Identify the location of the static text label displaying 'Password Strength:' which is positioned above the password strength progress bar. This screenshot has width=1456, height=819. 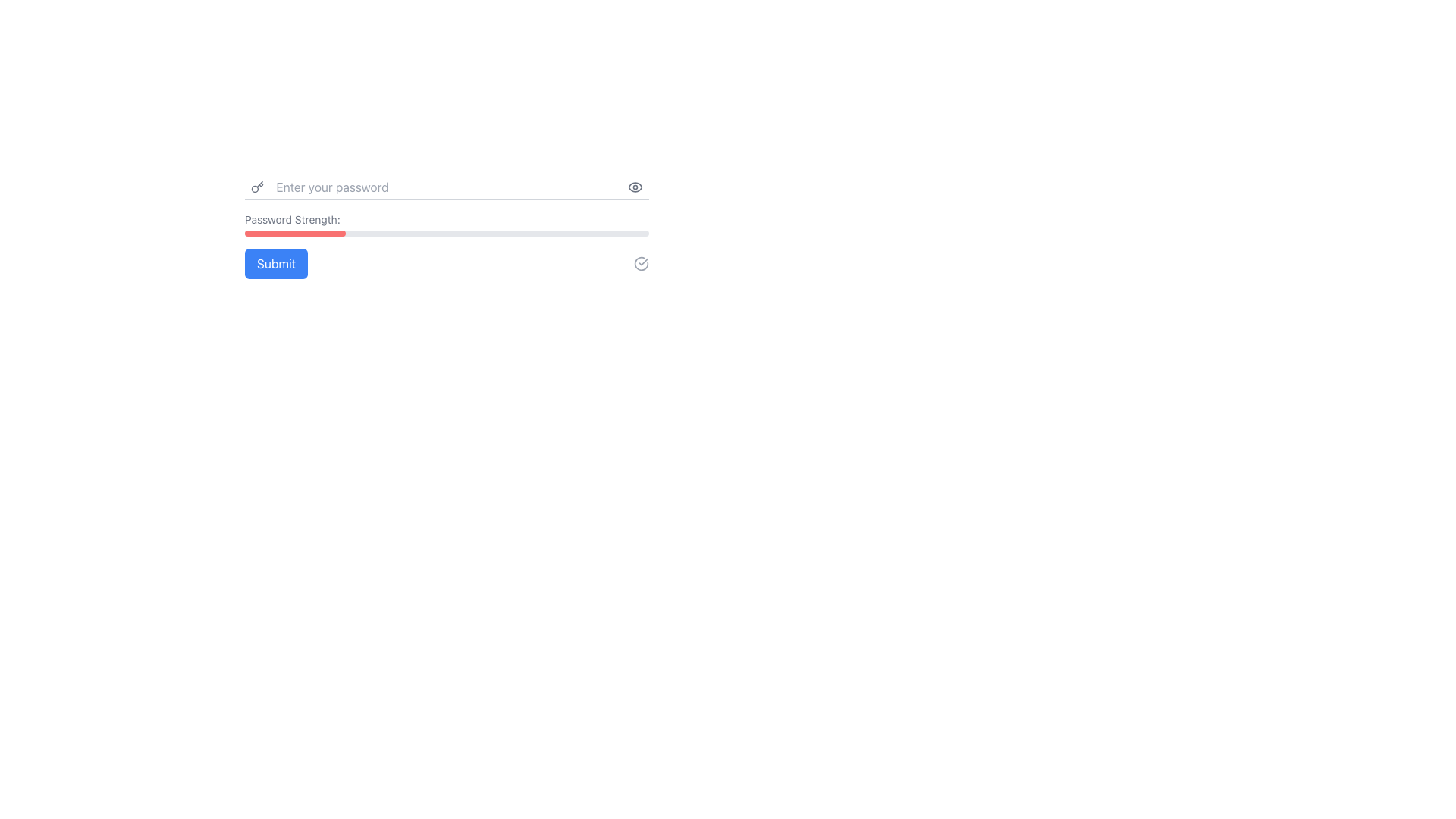
(292, 219).